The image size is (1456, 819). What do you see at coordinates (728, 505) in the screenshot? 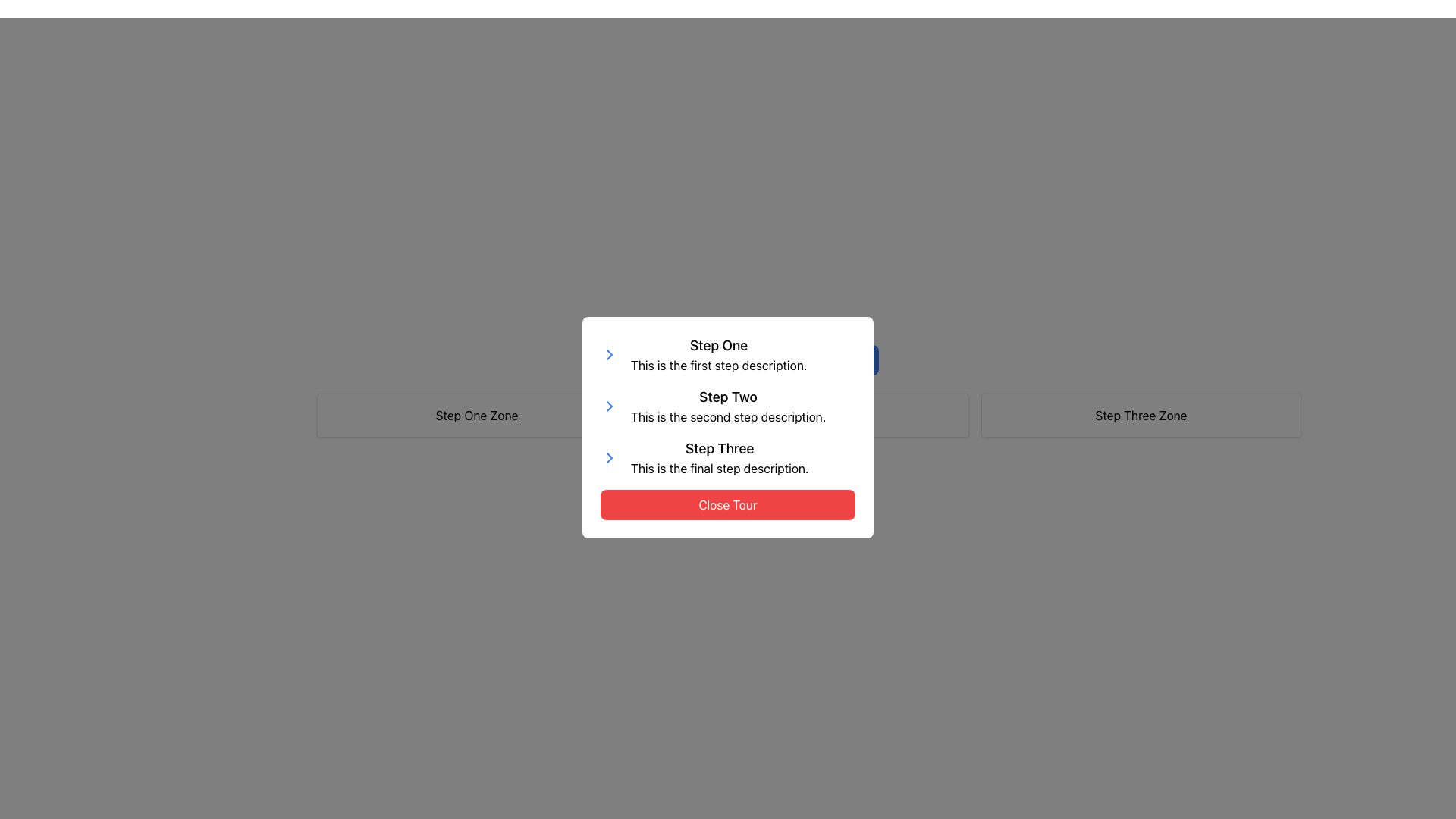
I see `the close button located at the bottom of the tour modal` at bounding box center [728, 505].